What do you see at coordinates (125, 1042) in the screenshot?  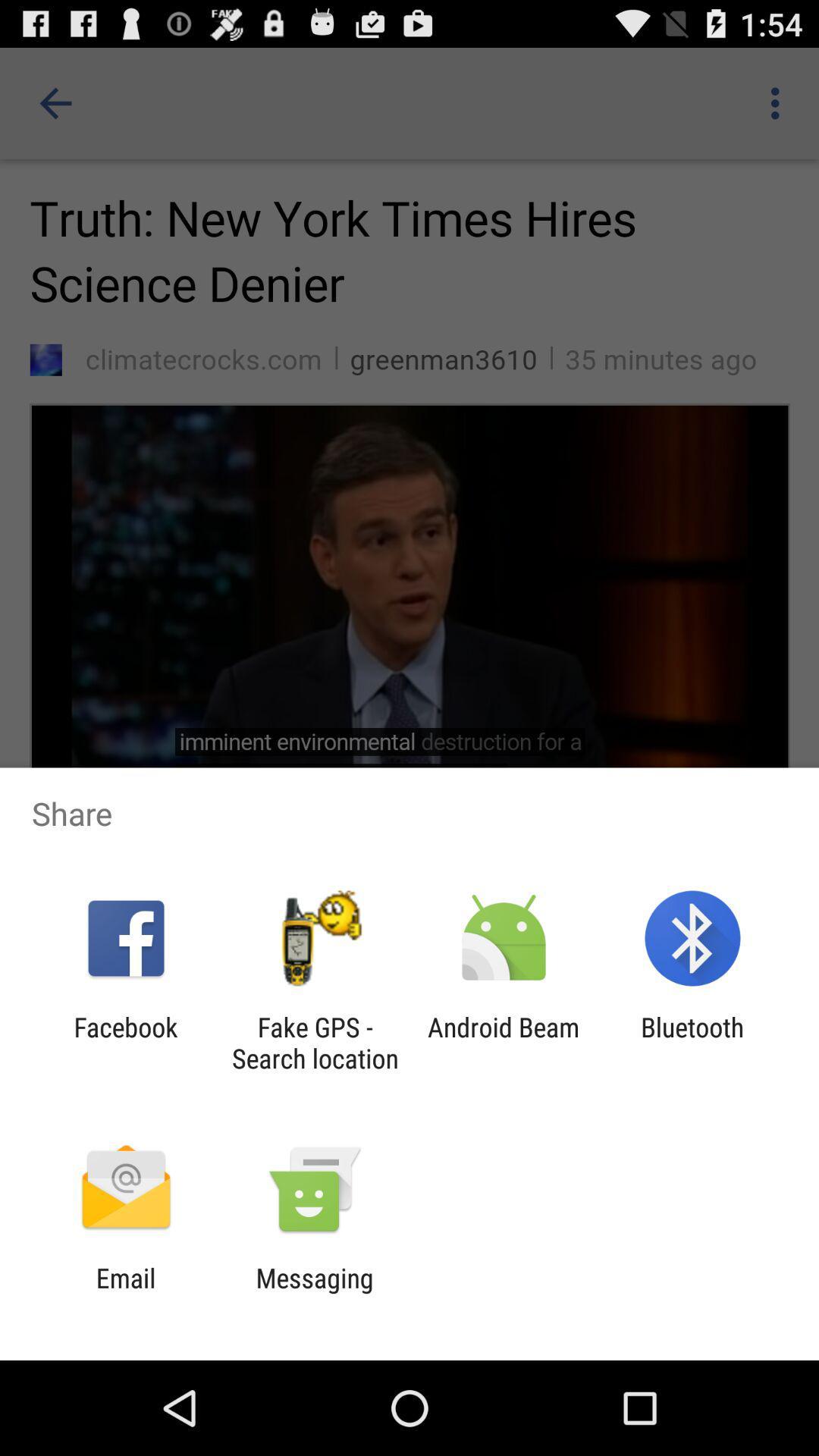 I see `app next to the fake gps search` at bounding box center [125, 1042].